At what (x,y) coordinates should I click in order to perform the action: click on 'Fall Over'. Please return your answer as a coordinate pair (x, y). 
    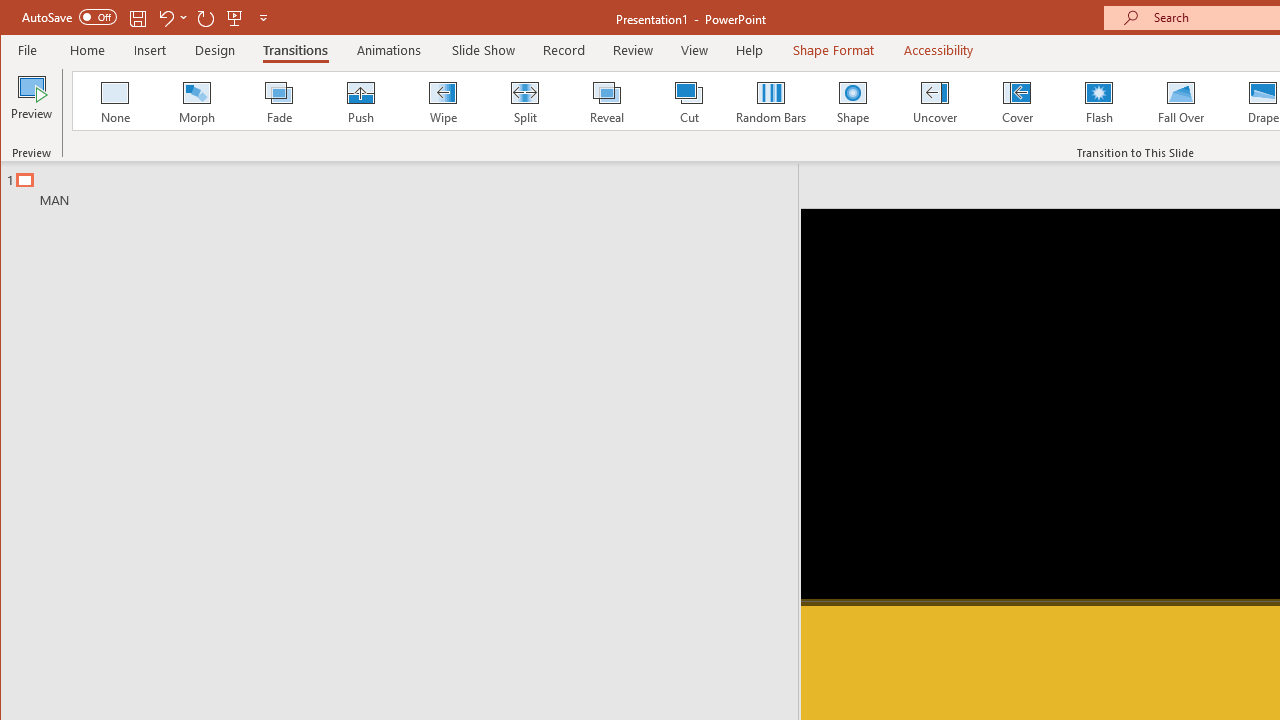
    Looking at the image, I should click on (1181, 100).